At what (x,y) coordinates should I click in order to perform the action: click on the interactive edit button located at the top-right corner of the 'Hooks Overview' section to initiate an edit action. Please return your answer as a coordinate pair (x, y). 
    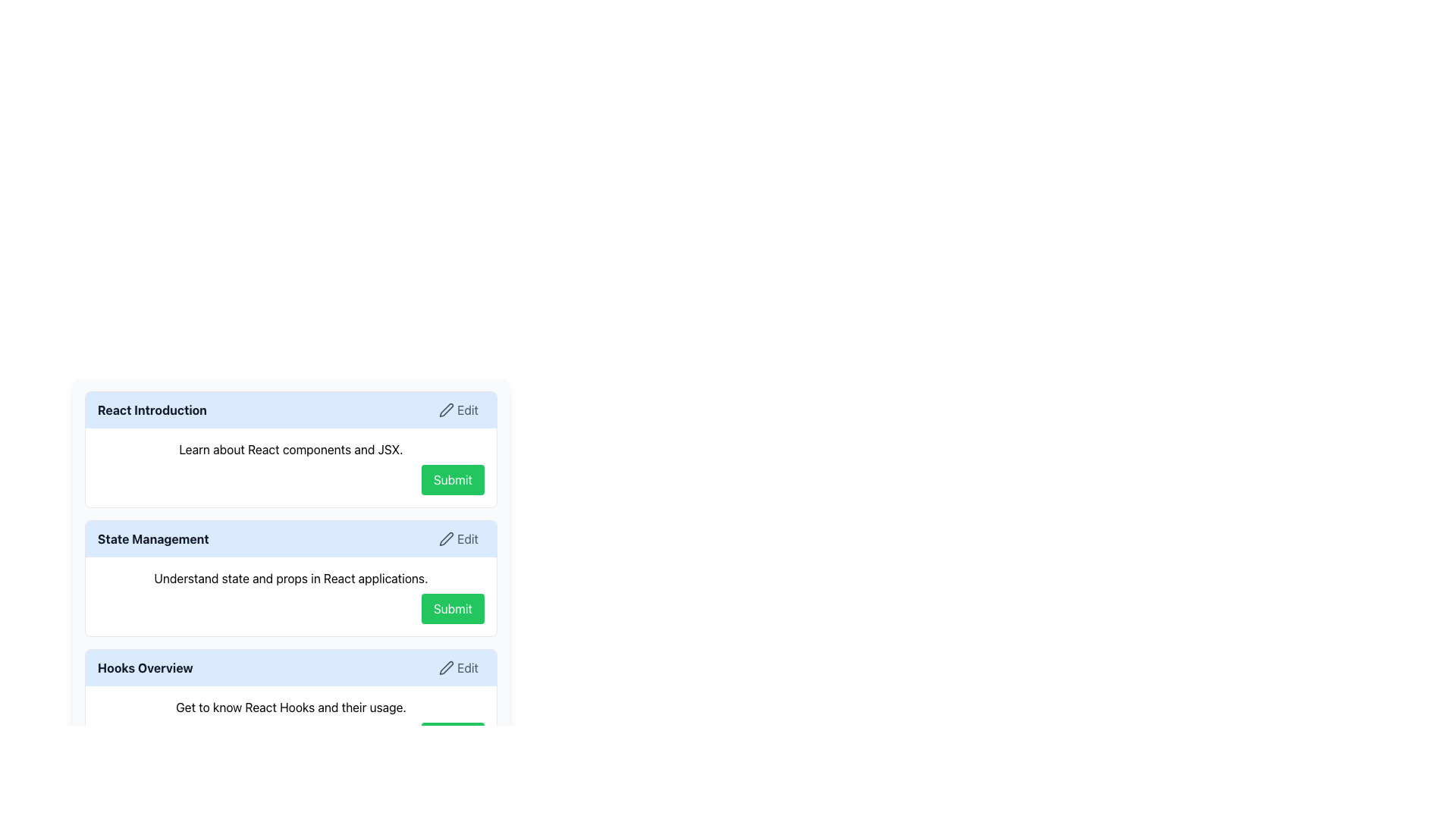
    Looking at the image, I should click on (457, 667).